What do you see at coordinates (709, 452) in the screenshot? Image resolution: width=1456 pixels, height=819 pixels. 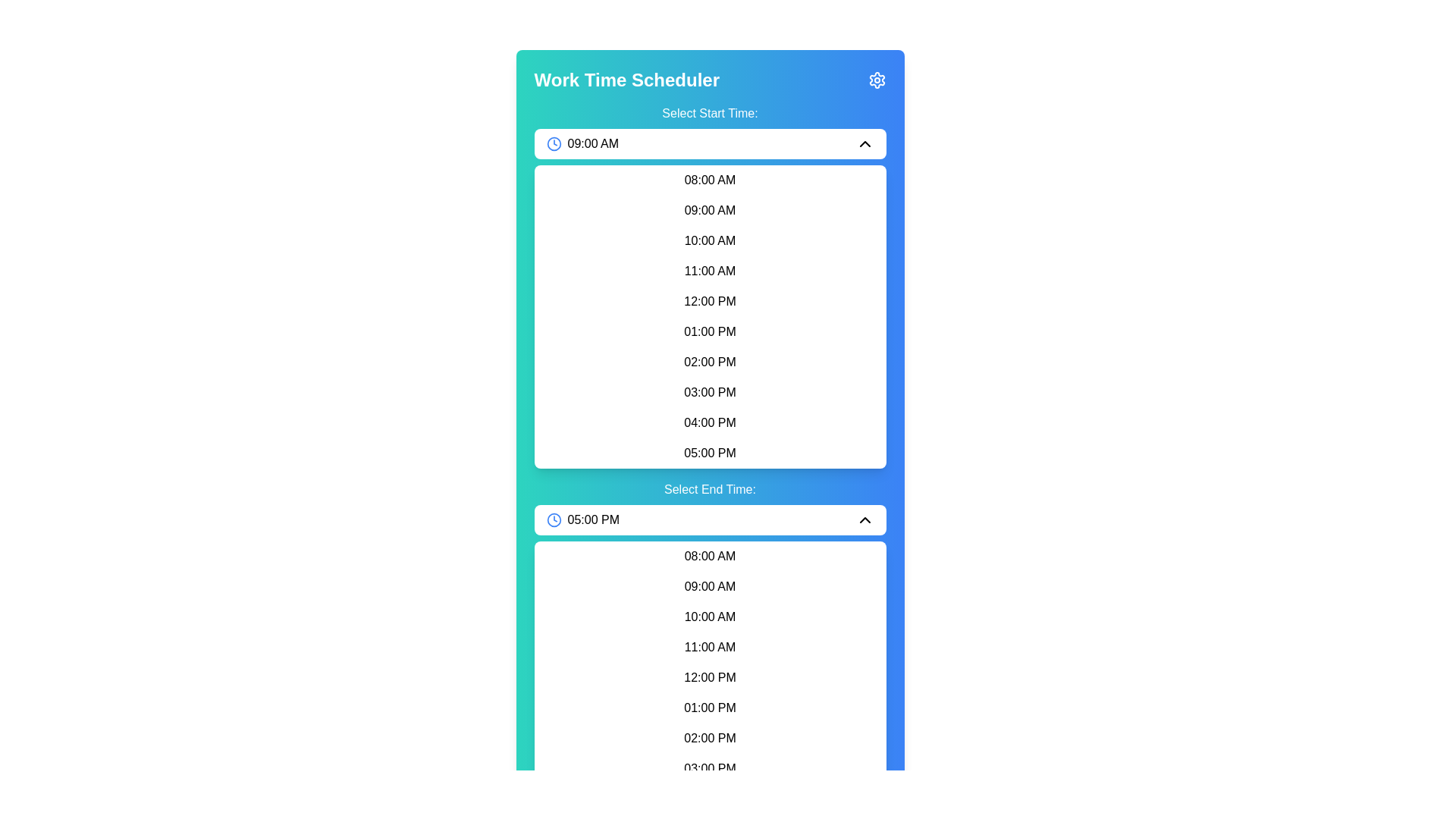 I see `the list item for '05:00 PM', the last option in the 'Select Start Time' section` at bounding box center [709, 452].